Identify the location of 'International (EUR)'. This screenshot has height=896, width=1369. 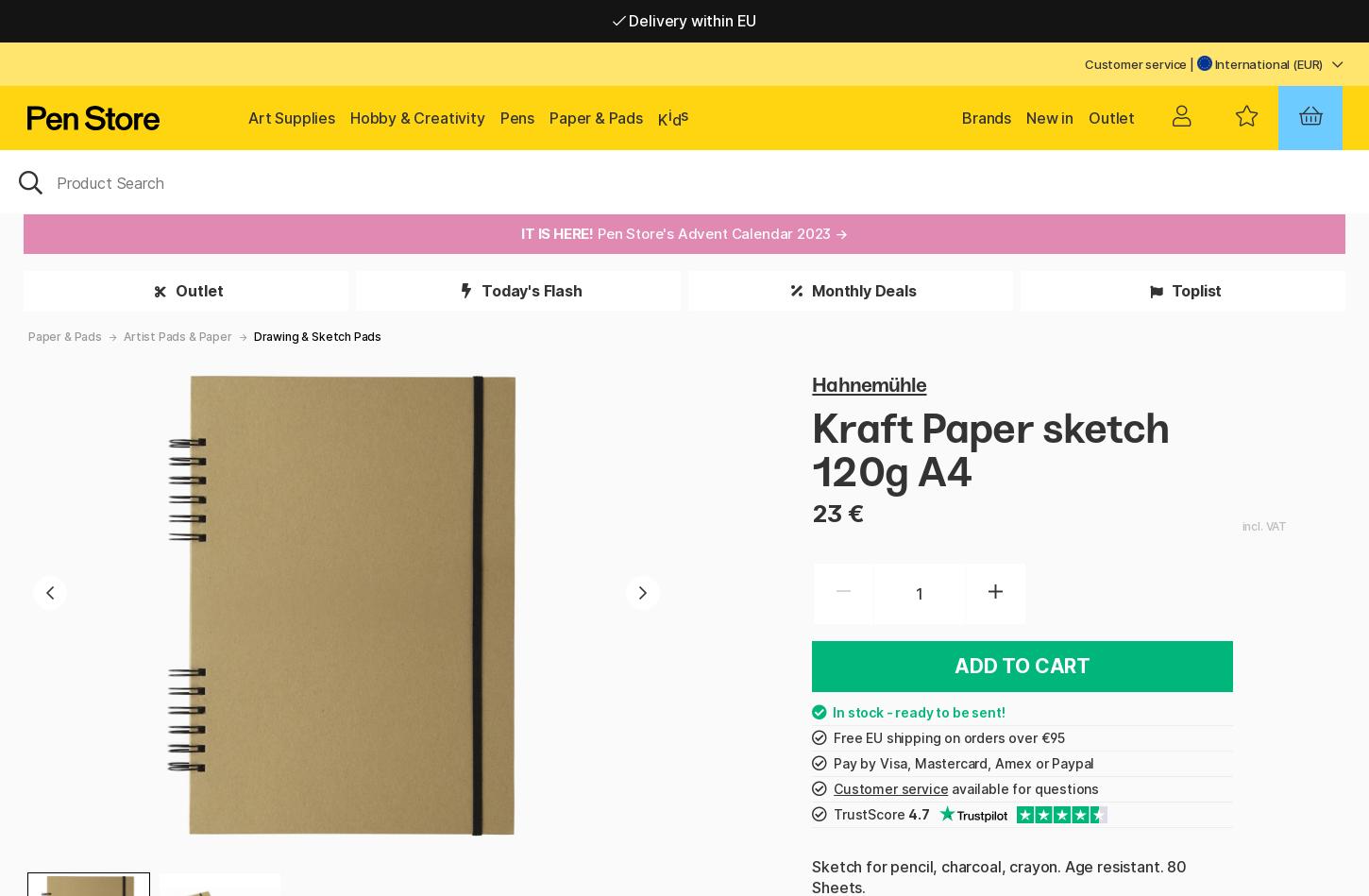
(1210, 64).